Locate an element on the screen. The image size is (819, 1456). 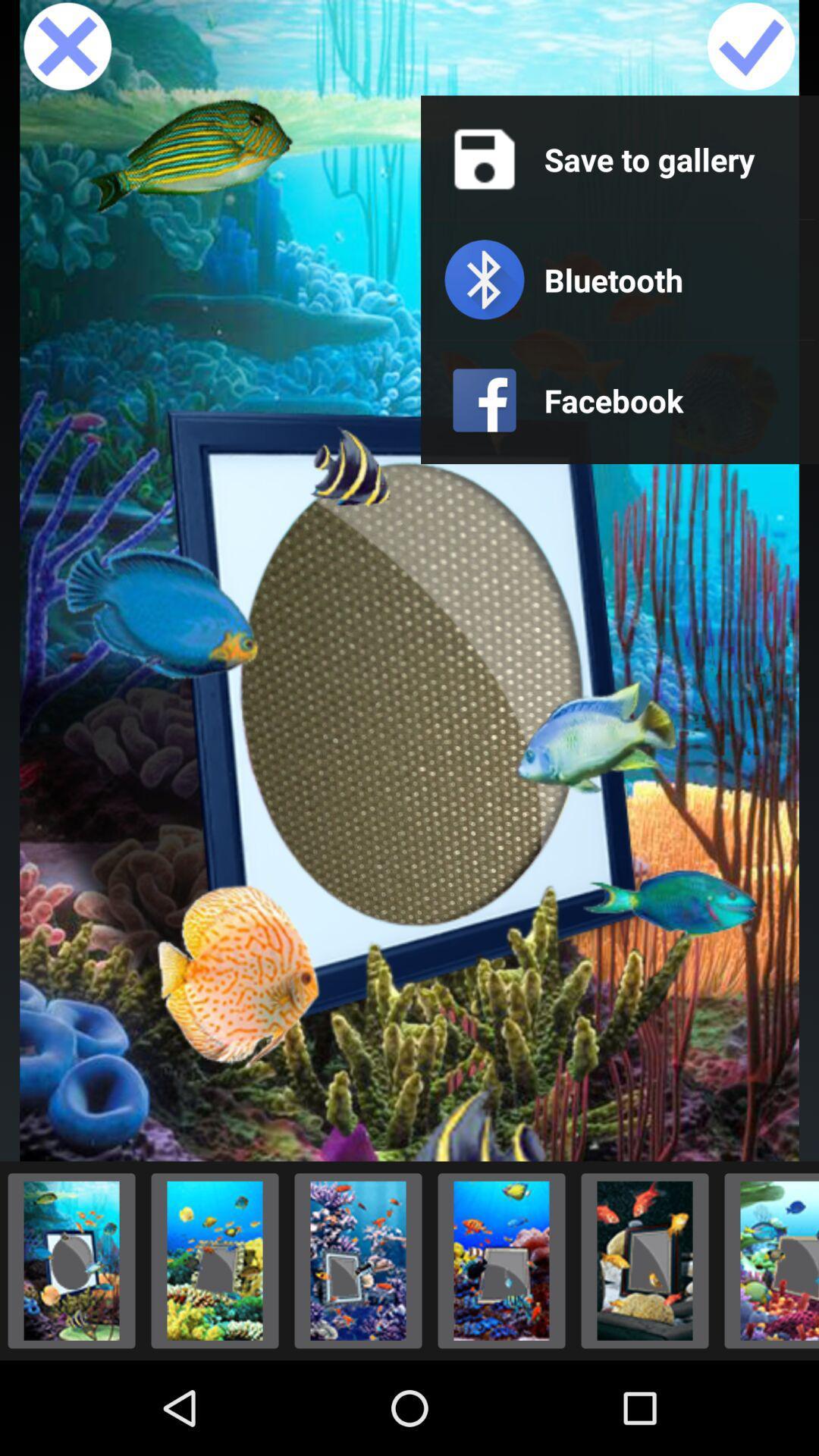
choose selection is located at coordinates (358, 1260).